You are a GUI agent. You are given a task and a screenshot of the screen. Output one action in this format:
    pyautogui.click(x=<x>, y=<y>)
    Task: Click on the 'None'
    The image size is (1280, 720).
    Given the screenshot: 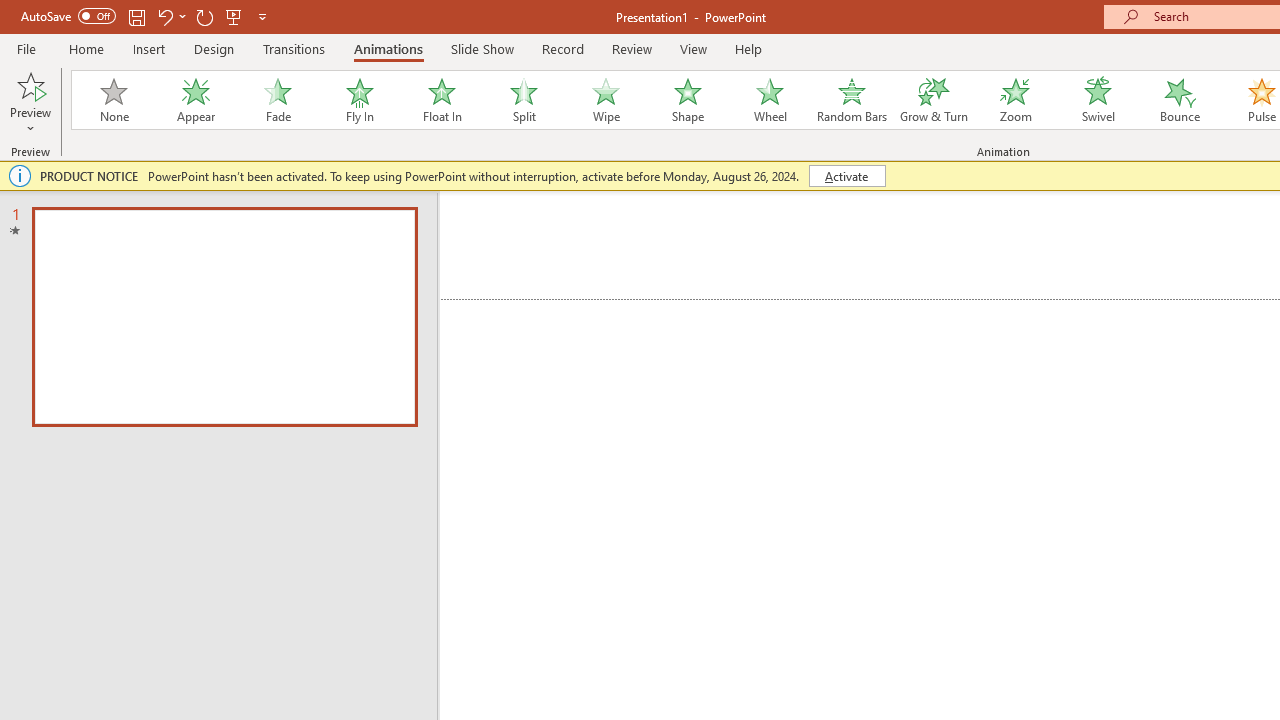 What is the action you would take?
    pyautogui.click(x=112, y=100)
    